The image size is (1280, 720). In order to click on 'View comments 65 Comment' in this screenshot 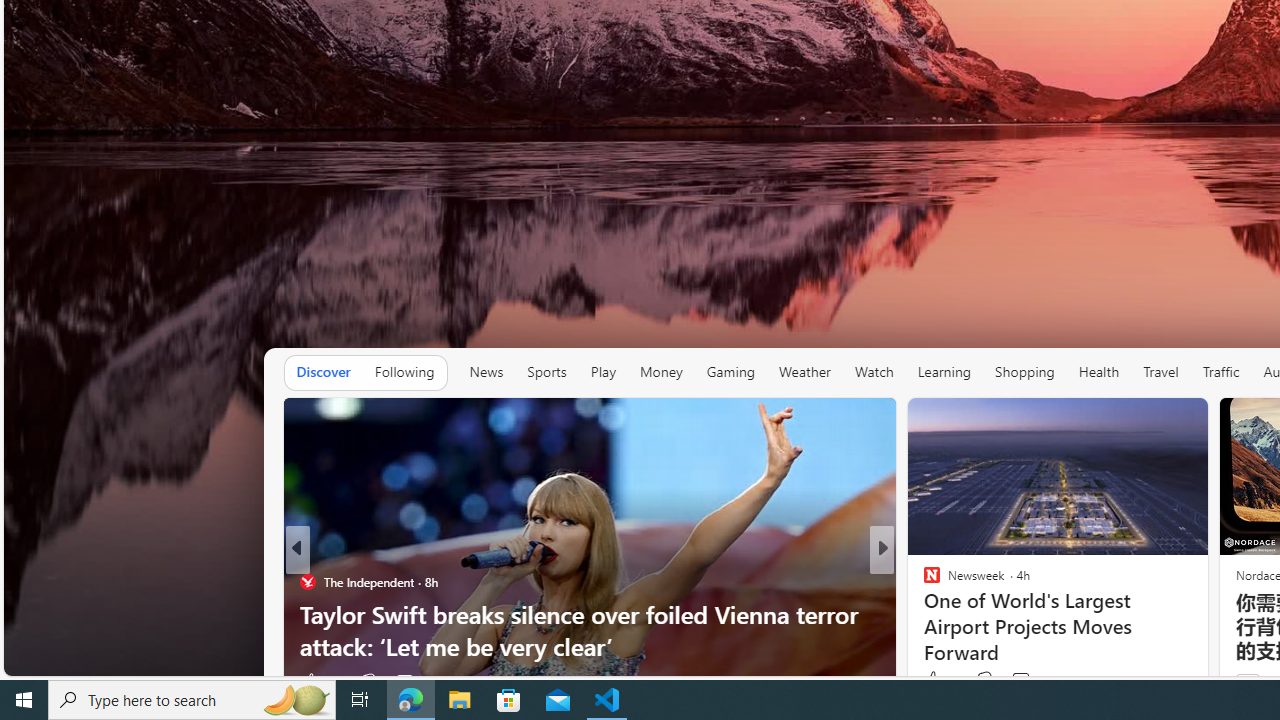, I will do `click(1029, 680)`.